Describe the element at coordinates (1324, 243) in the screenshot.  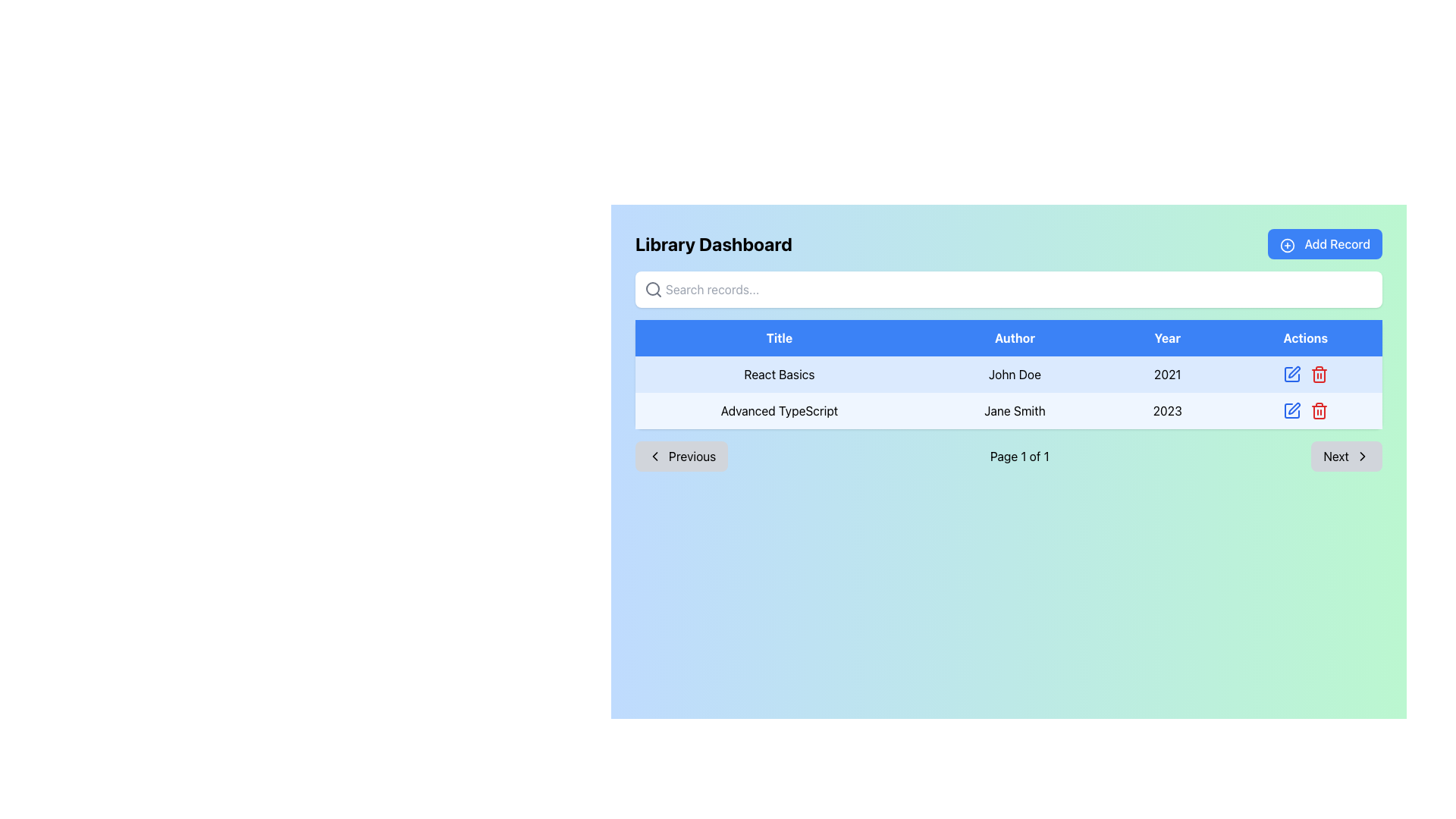
I see `the 'Add Record' button, which is a rectangular button with a blue background and white text, located at the top-right corner of the interface` at that location.